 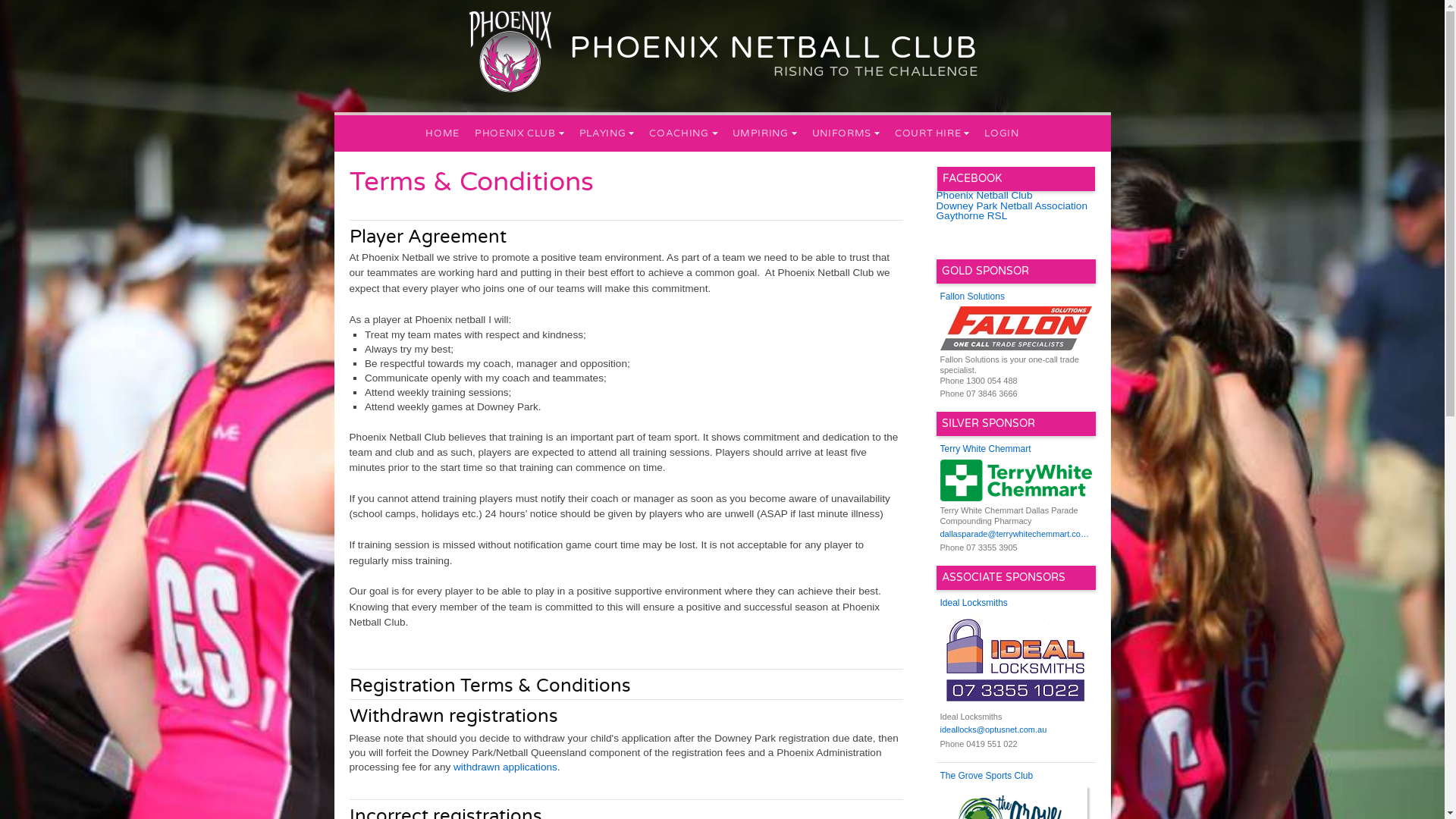 I want to click on 'Gaythorne RSL', so click(x=971, y=215).